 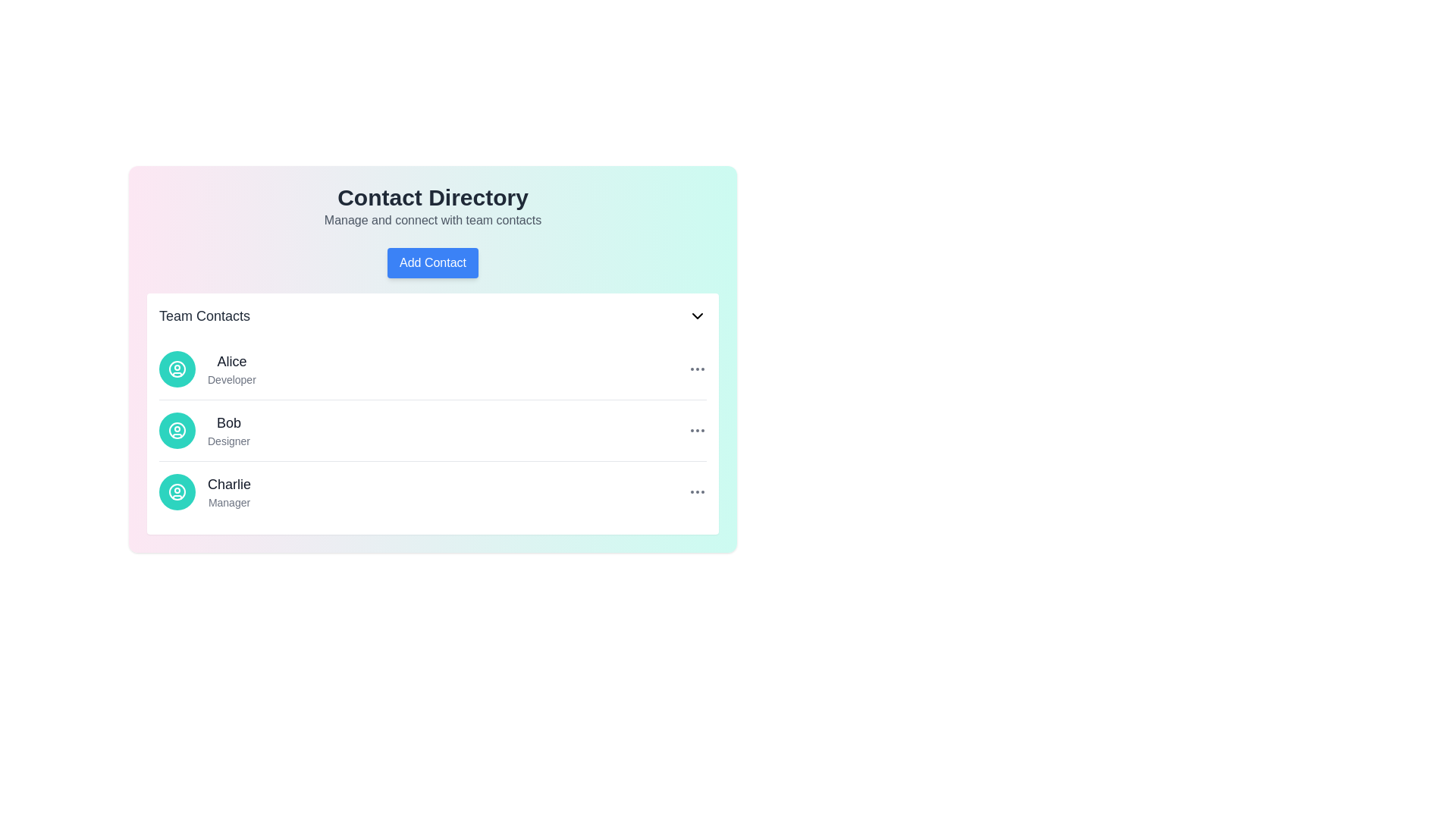 What do you see at coordinates (228, 423) in the screenshot?
I see `the text label displaying 'Bob' in bold within the second entry of the 'Team Contacts' list to associate it with the contact listed` at bounding box center [228, 423].